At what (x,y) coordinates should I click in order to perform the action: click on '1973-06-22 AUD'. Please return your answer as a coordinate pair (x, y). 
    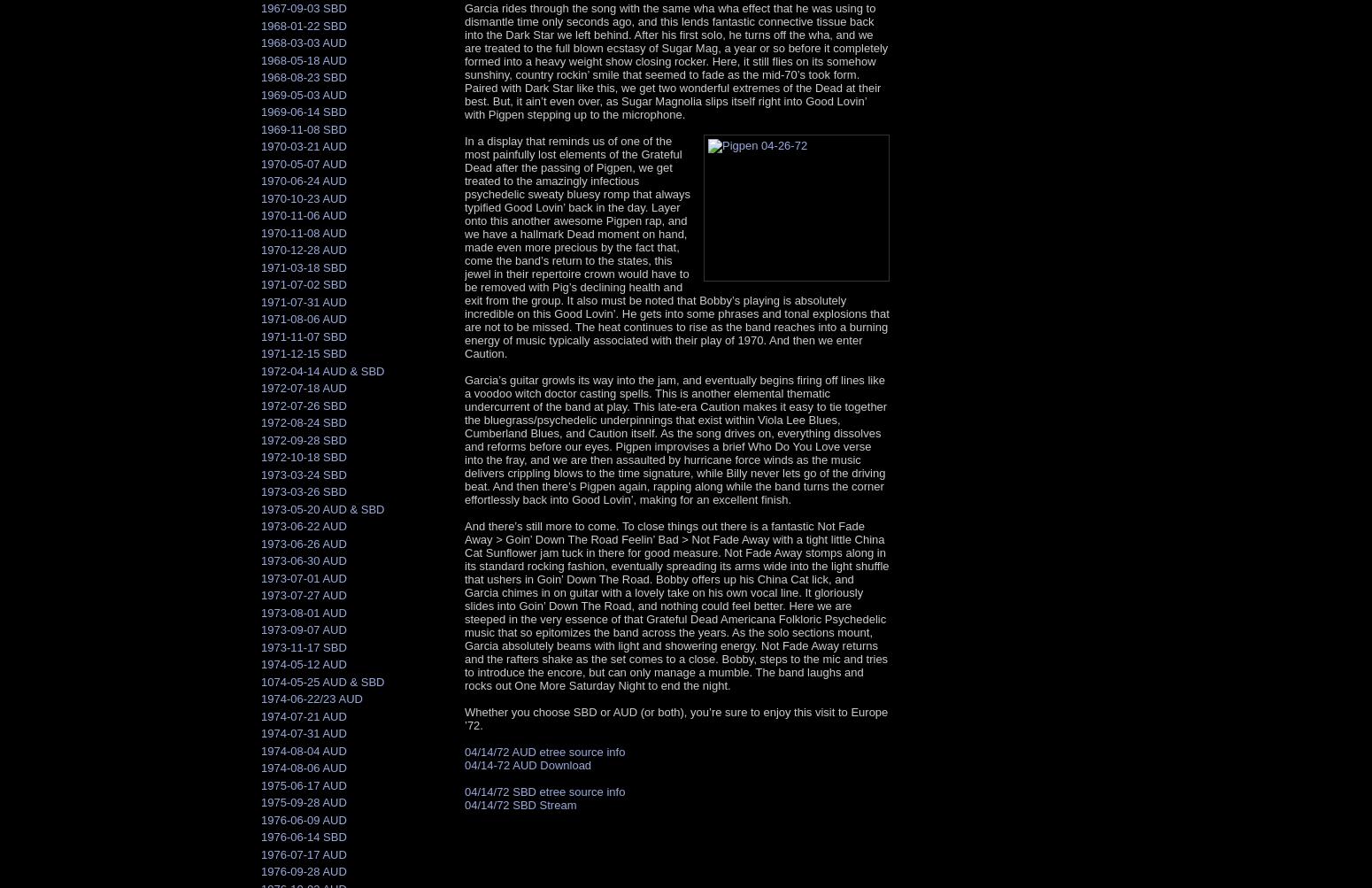
    Looking at the image, I should click on (260, 525).